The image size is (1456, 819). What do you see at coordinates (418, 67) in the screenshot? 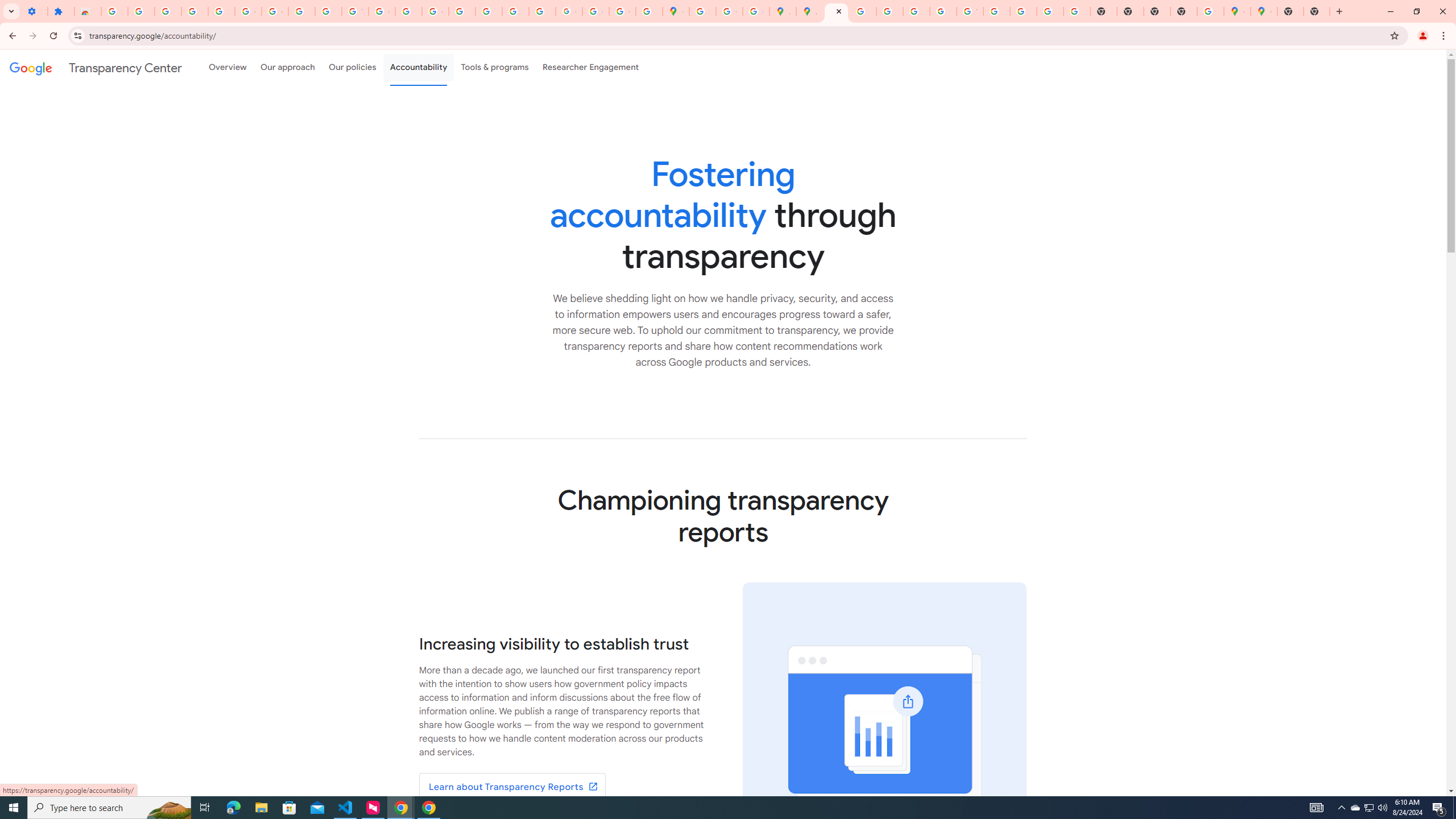
I see `'Accountability'` at bounding box center [418, 67].